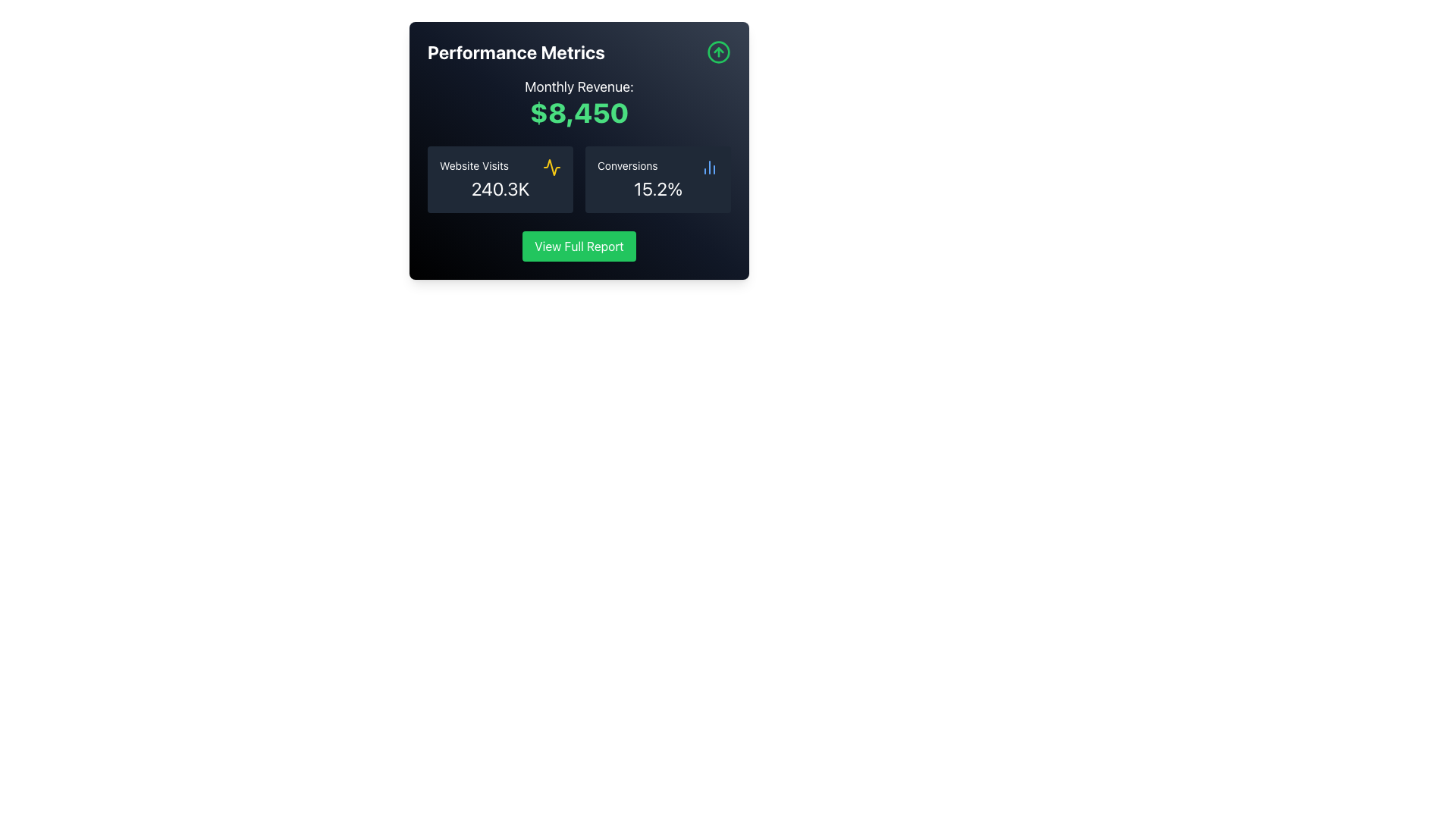 This screenshot has height=819, width=1456. What do you see at coordinates (718, 52) in the screenshot?
I see `the filled green circle graphic located in the top-right corner of the 'Performance Metrics' card` at bounding box center [718, 52].